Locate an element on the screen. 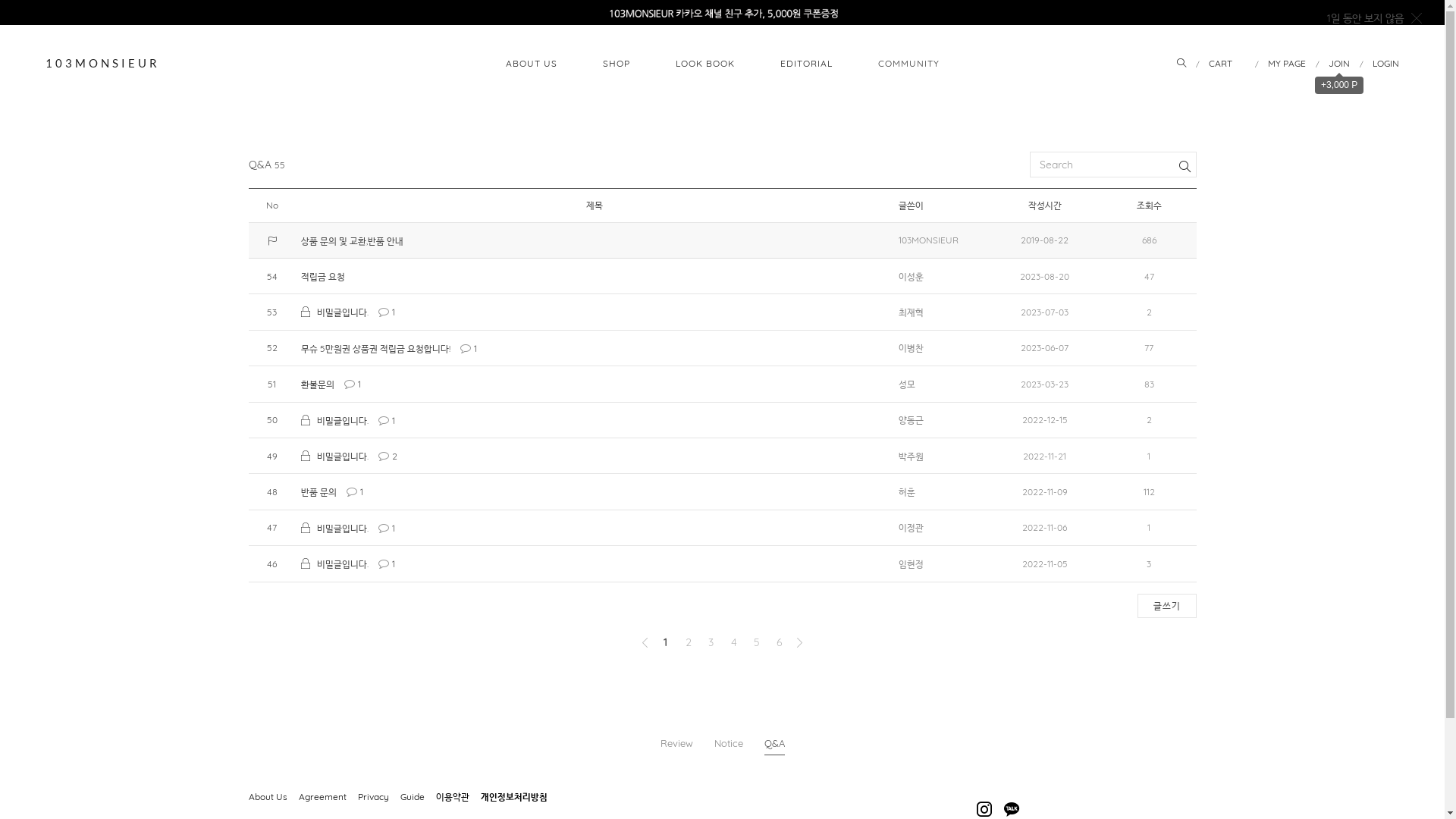 This screenshot has height=819, width=1456. 'Privacy' is located at coordinates (378, 795).